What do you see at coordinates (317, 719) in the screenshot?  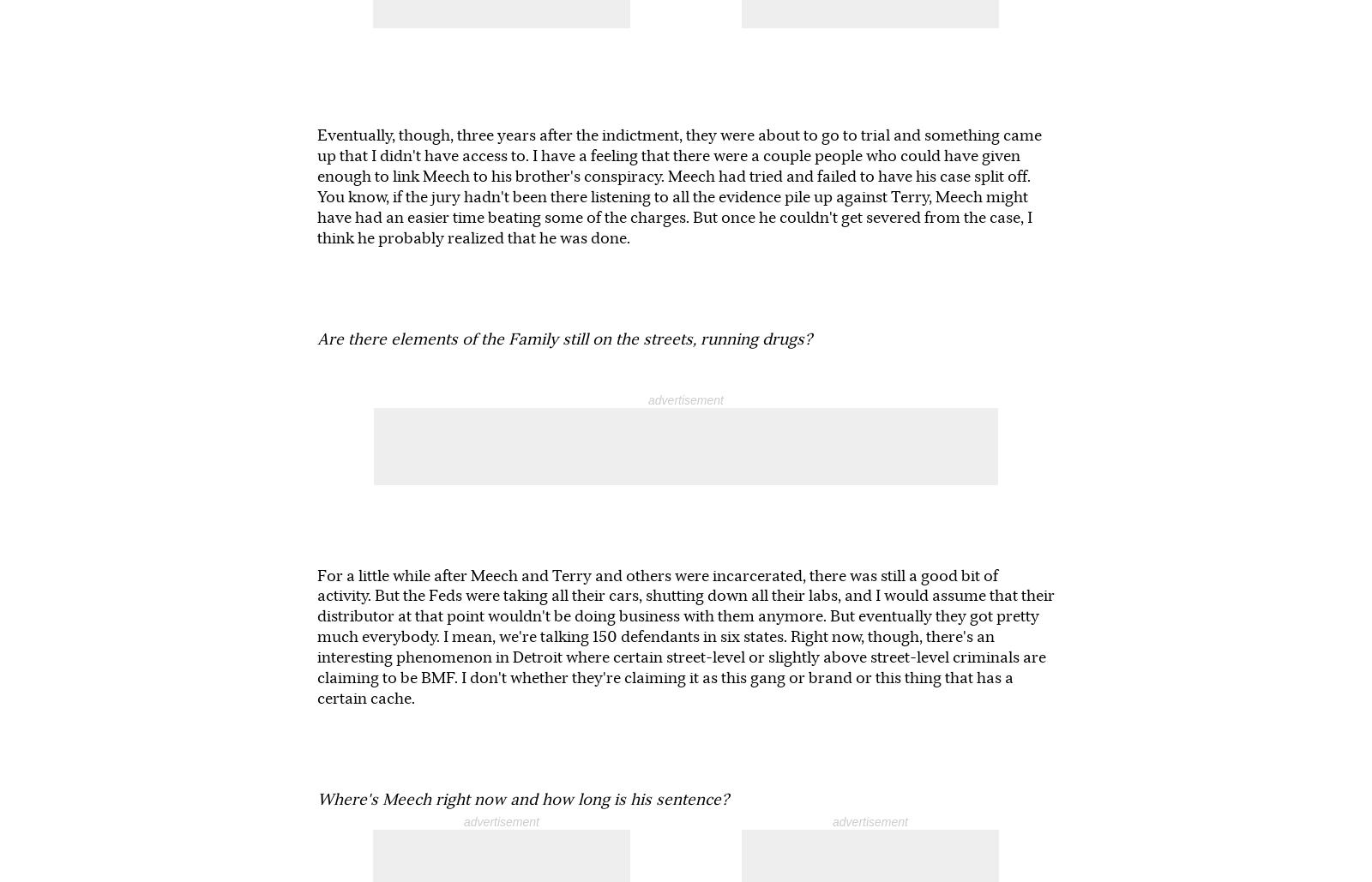 I see `'Books & Books, 9700 Collins Ave., Bal Harbour. The author event starts at 7:30 p.m. and it's free. Visit'` at bounding box center [317, 719].